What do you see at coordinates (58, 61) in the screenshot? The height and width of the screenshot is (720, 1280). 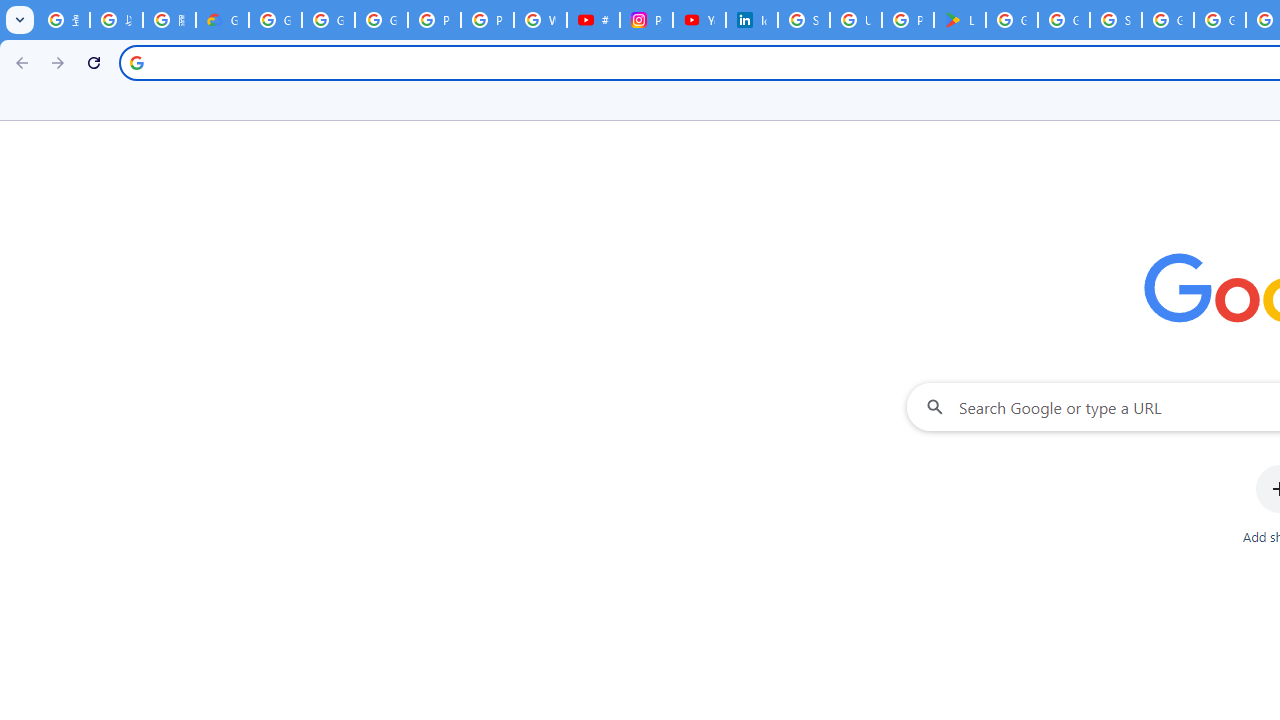 I see `'Forward'` at bounding box center [58, 61].